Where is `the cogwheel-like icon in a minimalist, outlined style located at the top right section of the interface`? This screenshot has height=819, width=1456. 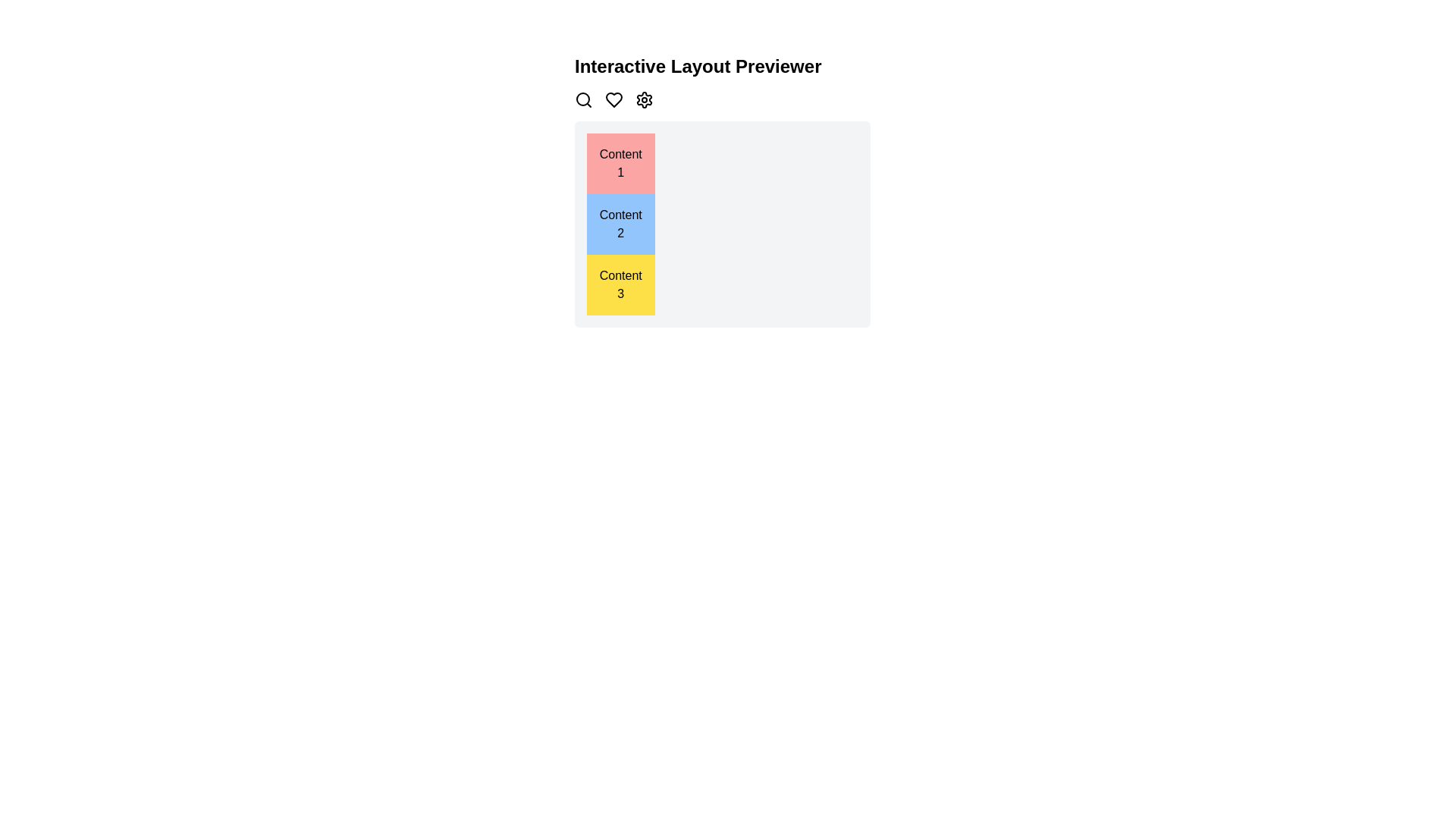
the cogwheel-like icon in a minimalist, outlined style located at the top right section of the interface is located at coordinates (644, 99).